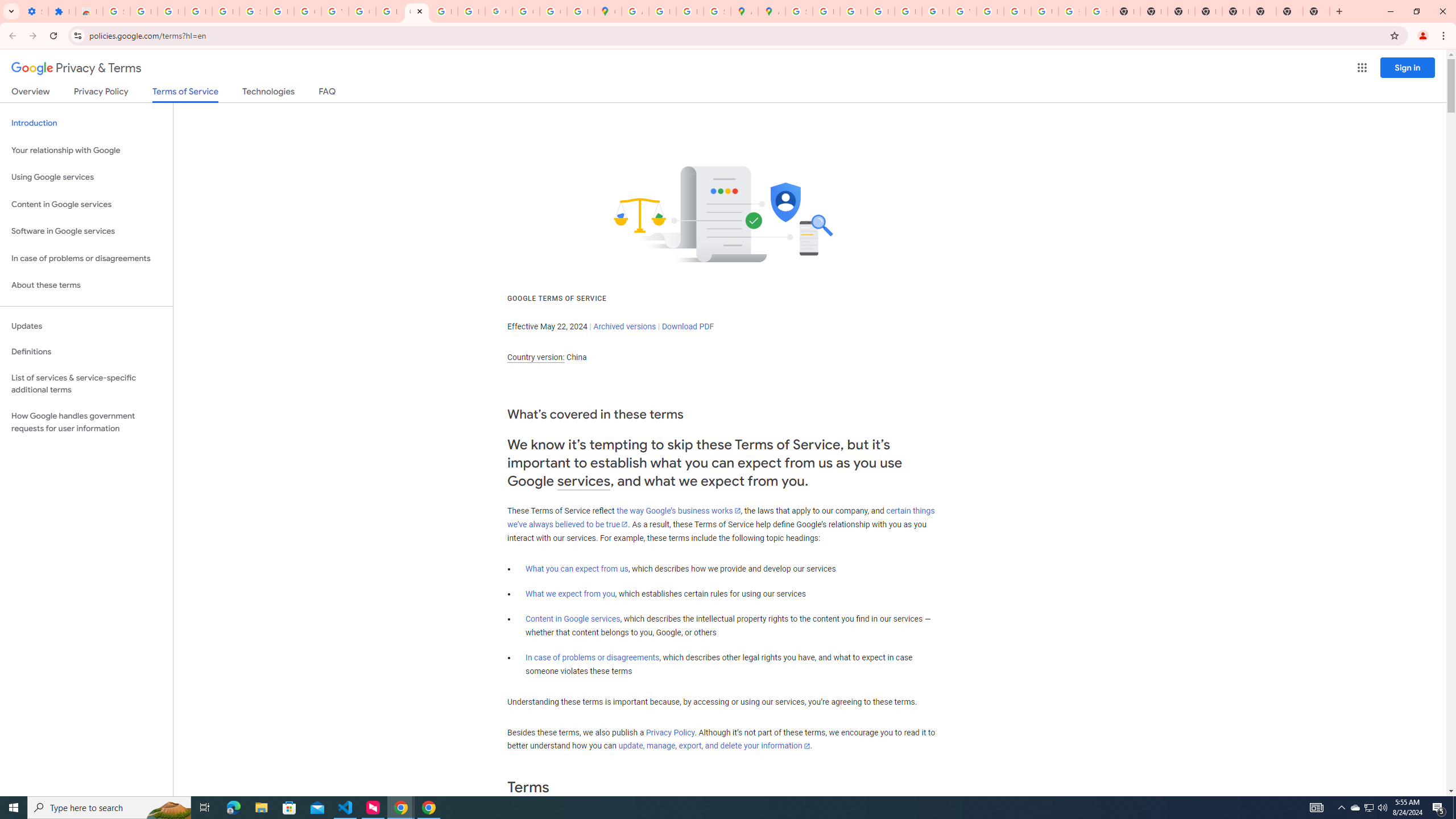 This screenshot has height=819, width=1456. What do you see at coordinates (714, 745) in the screenshot?
I see `'update, manage, export, and delete your information'` at bounding box center [714, 745].